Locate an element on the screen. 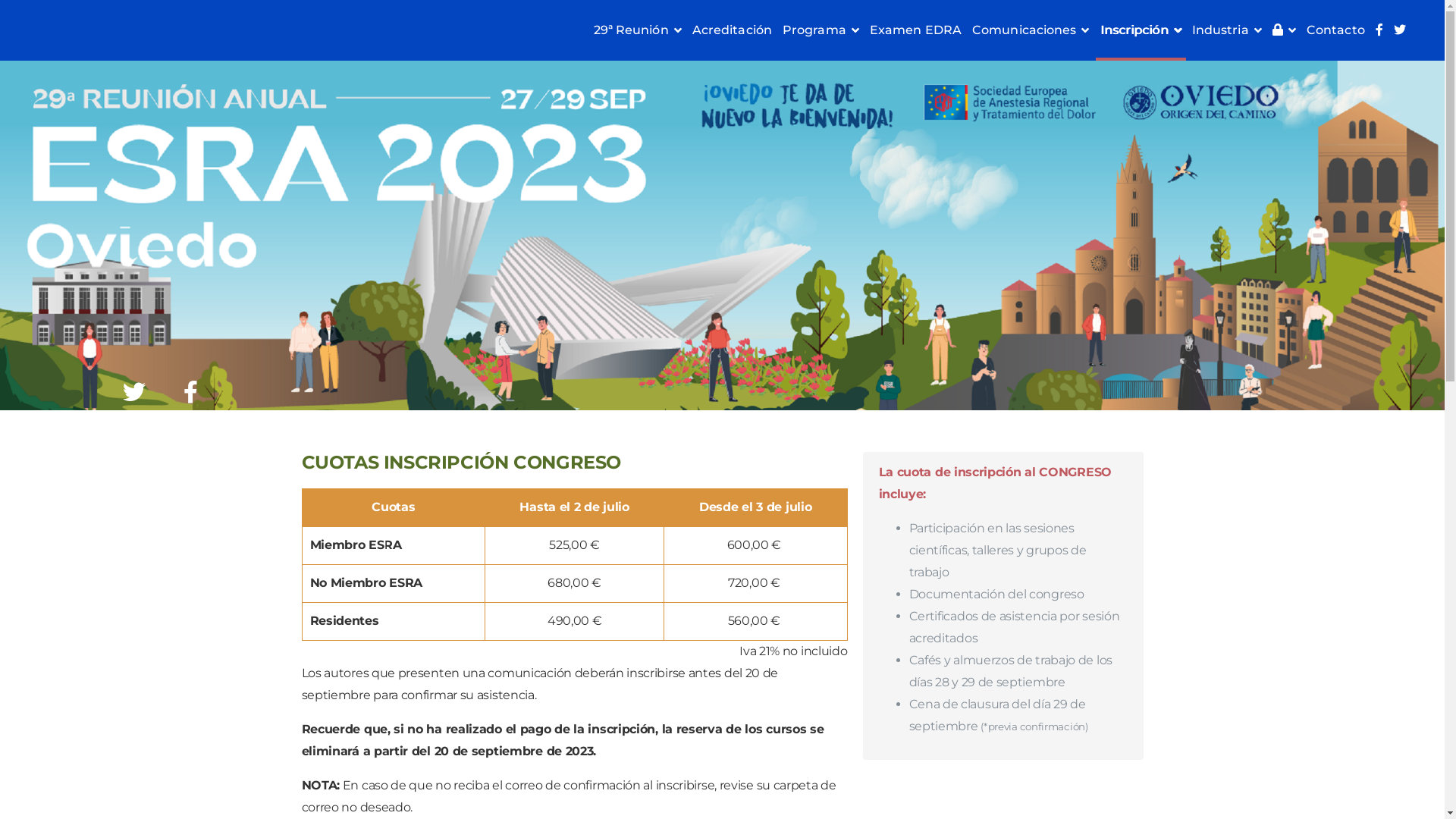 The width and height of the screenshot is (1456, 819). 'Programa' is located at coordinates (778, 30).